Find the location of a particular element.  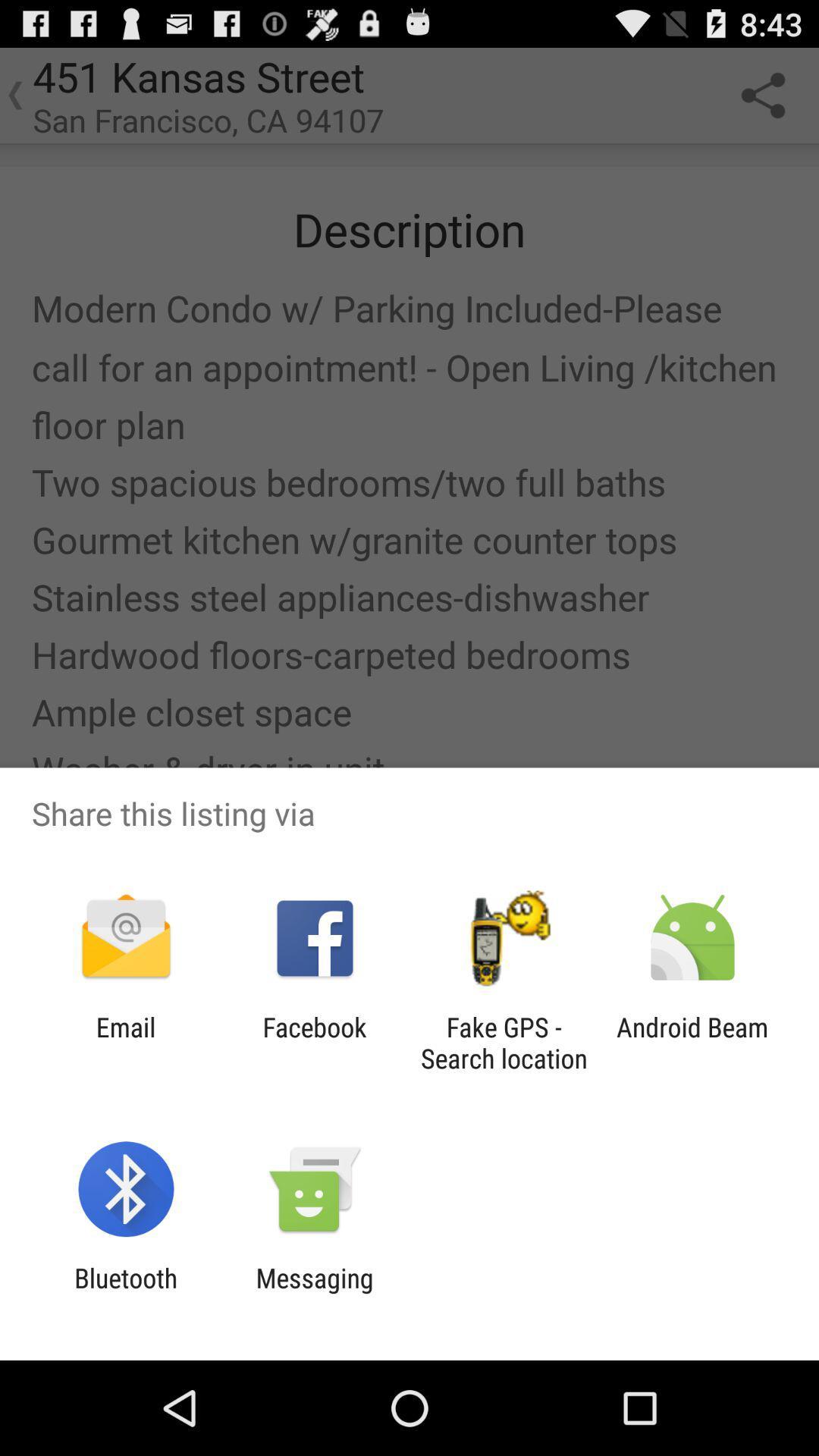

the item next to the messaging item is located at coordinates (125, 1293).